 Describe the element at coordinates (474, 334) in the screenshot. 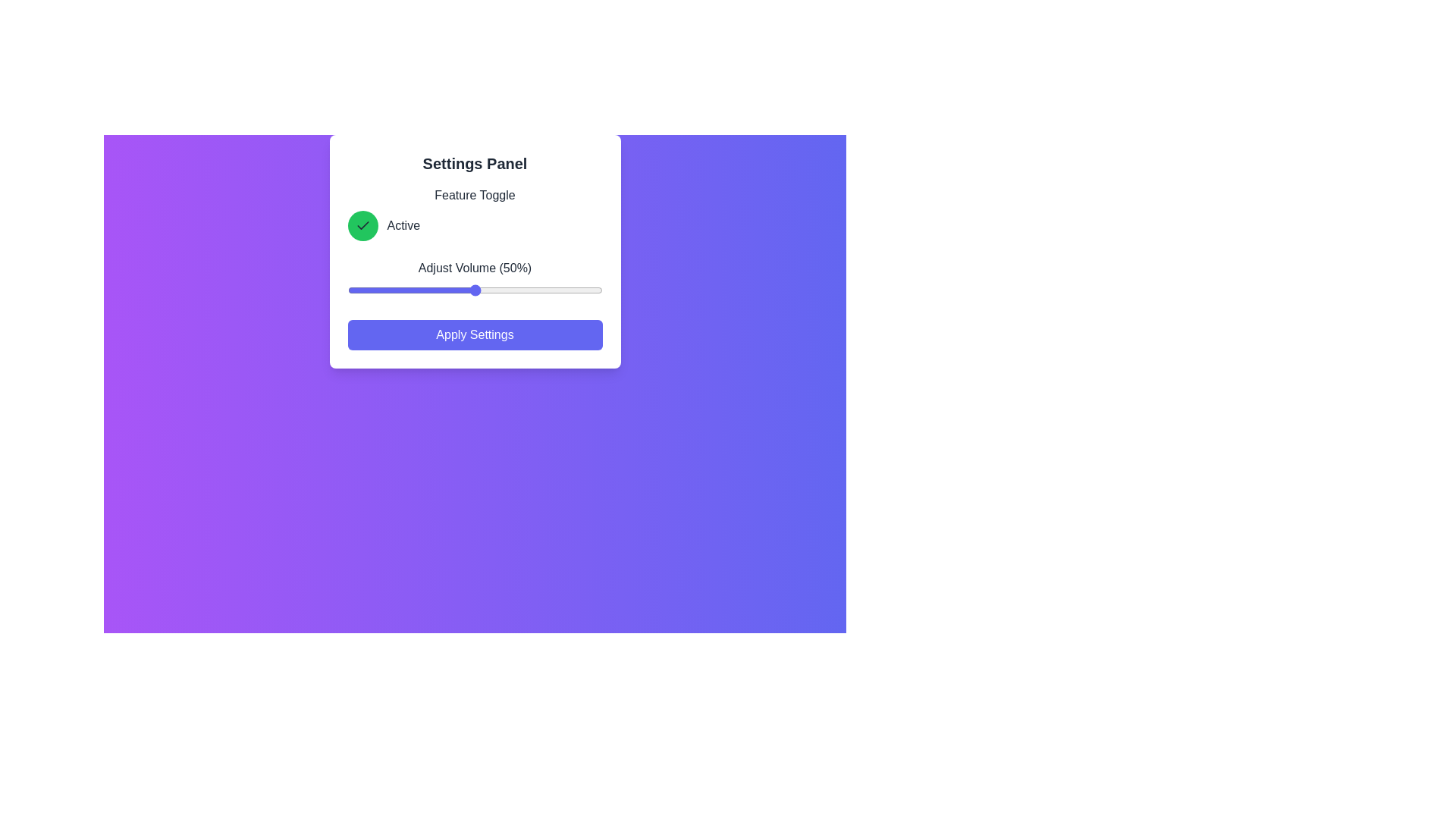

I see `the 'Apply Settings' button, which is a horizontally centered rectangular button with rounded corners, vibrant indigo background, and white text, located at the bottom of the 'Settings Panel'` at that location.